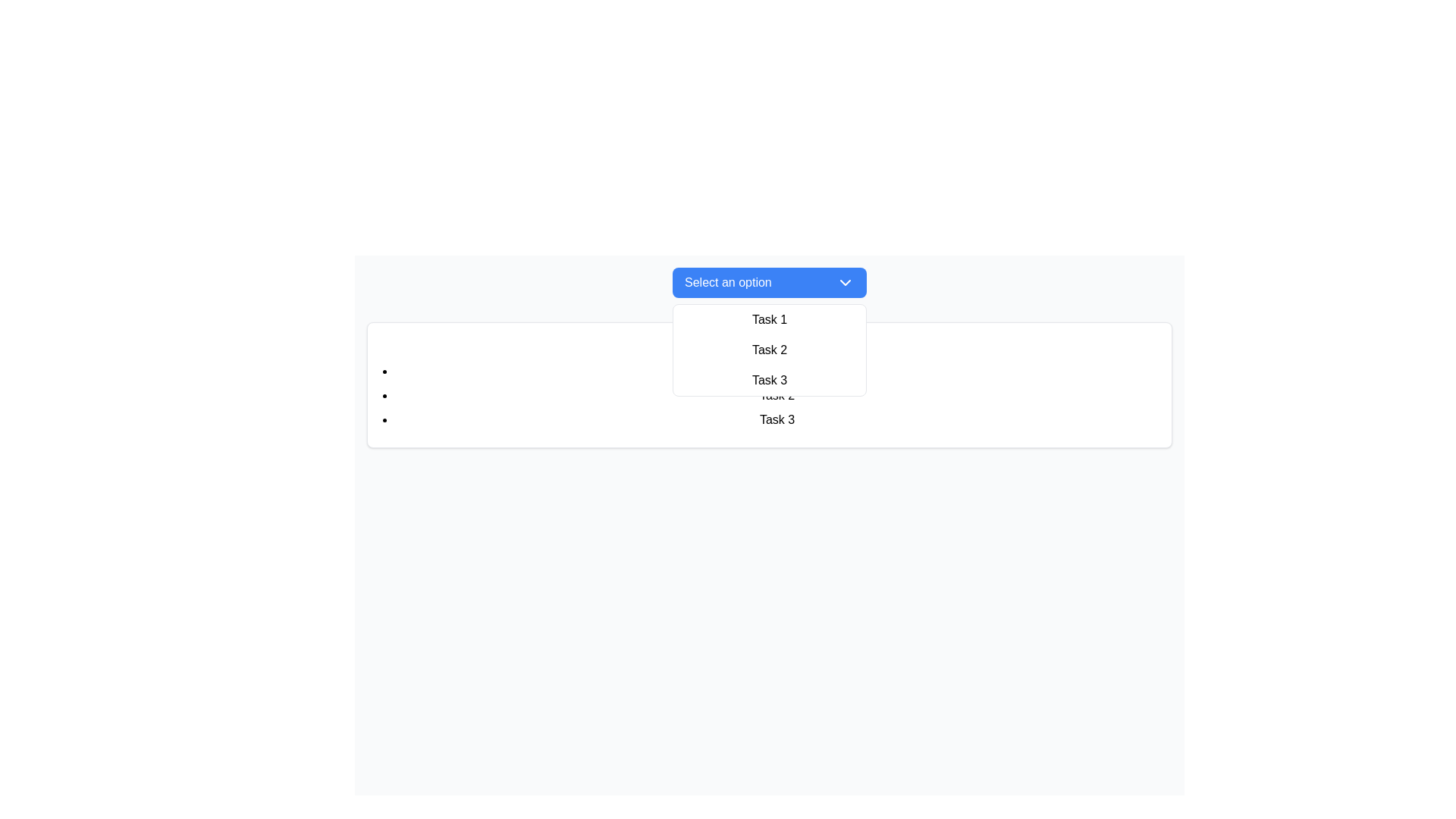 The height and width of the screenshot is (819, 1456). What do you see at coordinates (769, 350) in the screenshot?
I see `the item in the dropdown menu located below the 'Select an option' button` at bounding box center [769, 350].